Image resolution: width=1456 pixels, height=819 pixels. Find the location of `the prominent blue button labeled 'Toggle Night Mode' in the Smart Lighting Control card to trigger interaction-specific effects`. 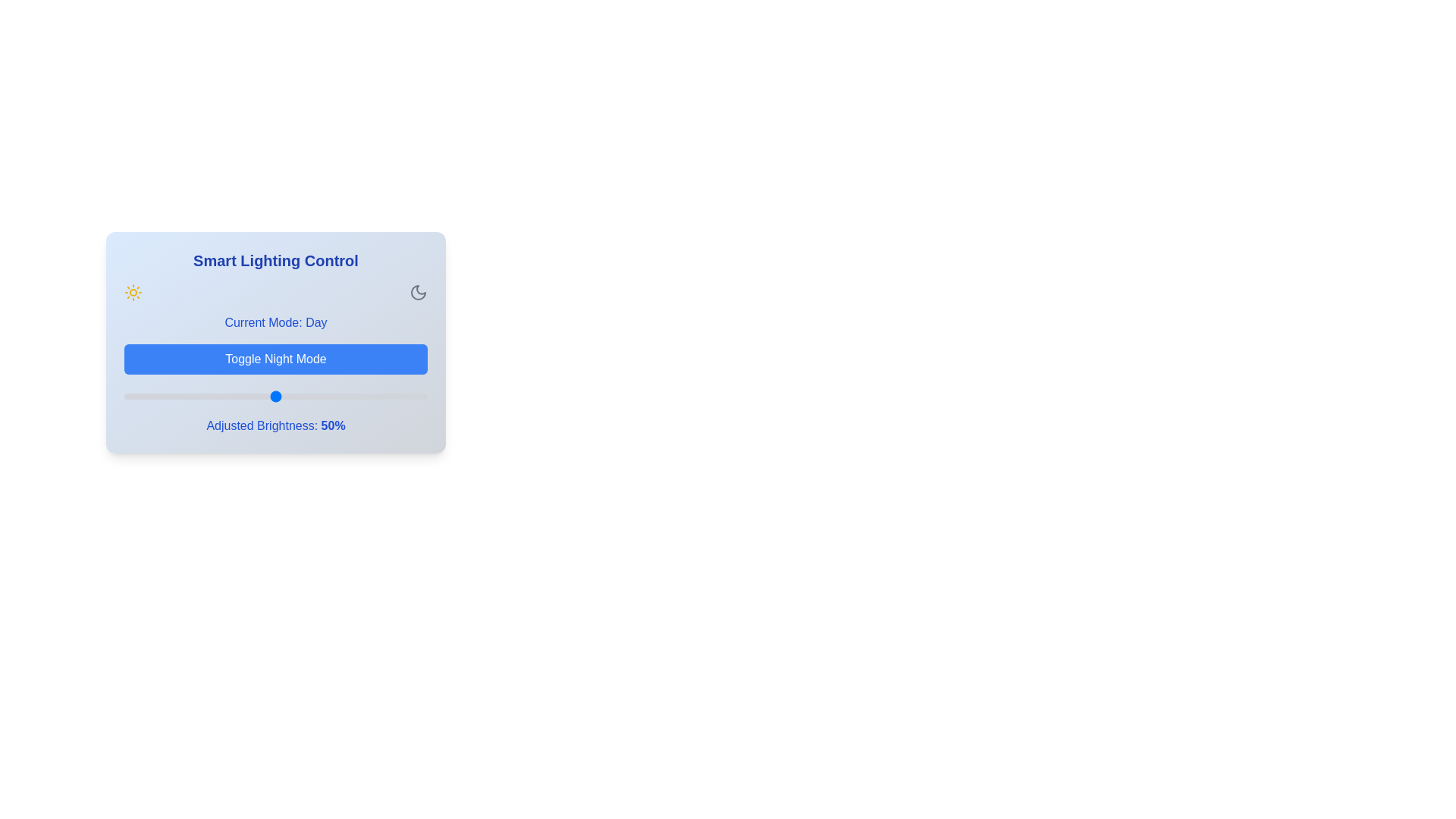

the prominent blue button labeled 'Toggle Night Mode' in the Smart Lighting Control card to trigger interaction-specific effects is located at coordinates (276, 342).